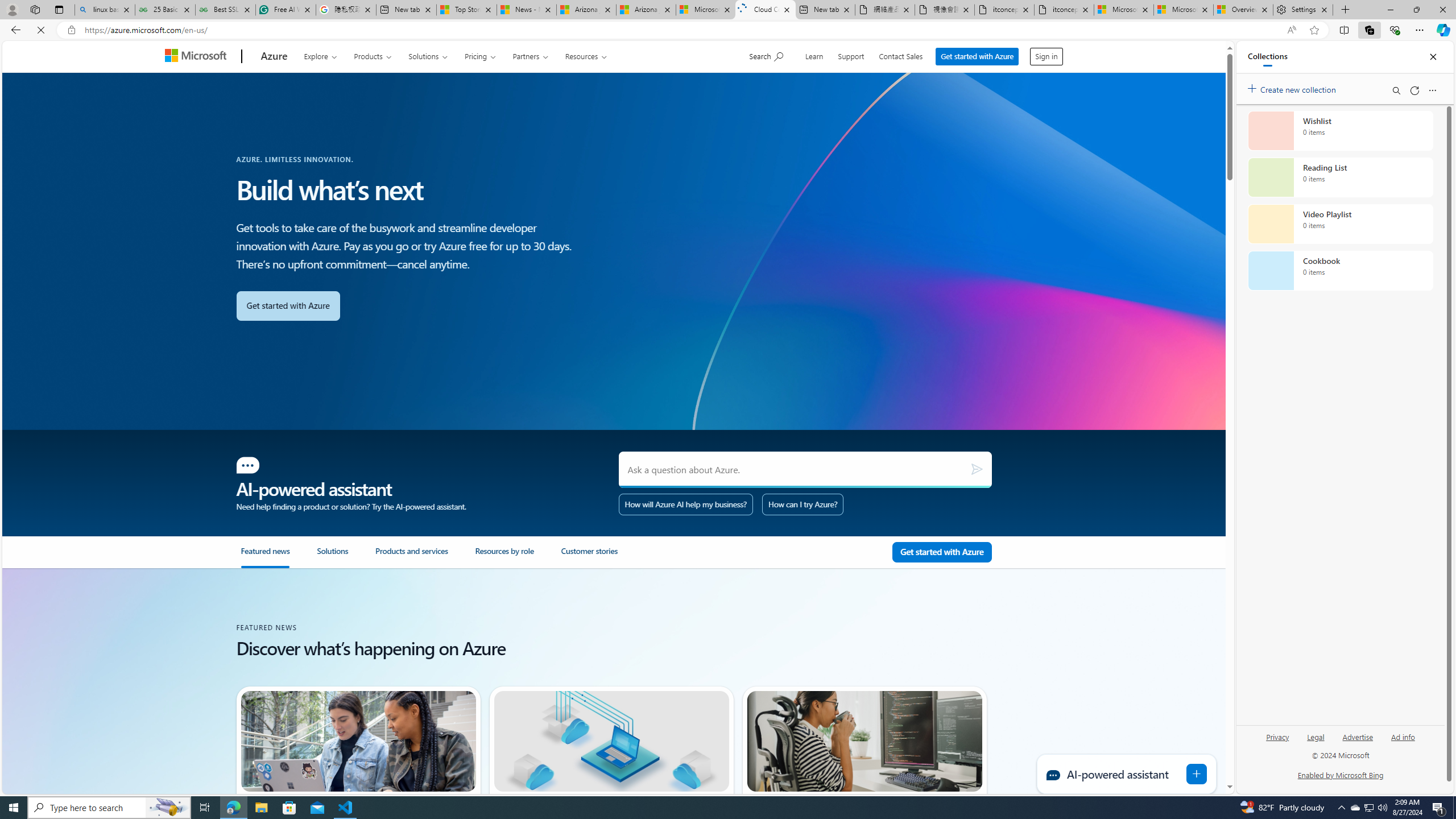 The width and height of the screenshot is (1456, 819). I want to click on 'Submit', so click(976, 469).